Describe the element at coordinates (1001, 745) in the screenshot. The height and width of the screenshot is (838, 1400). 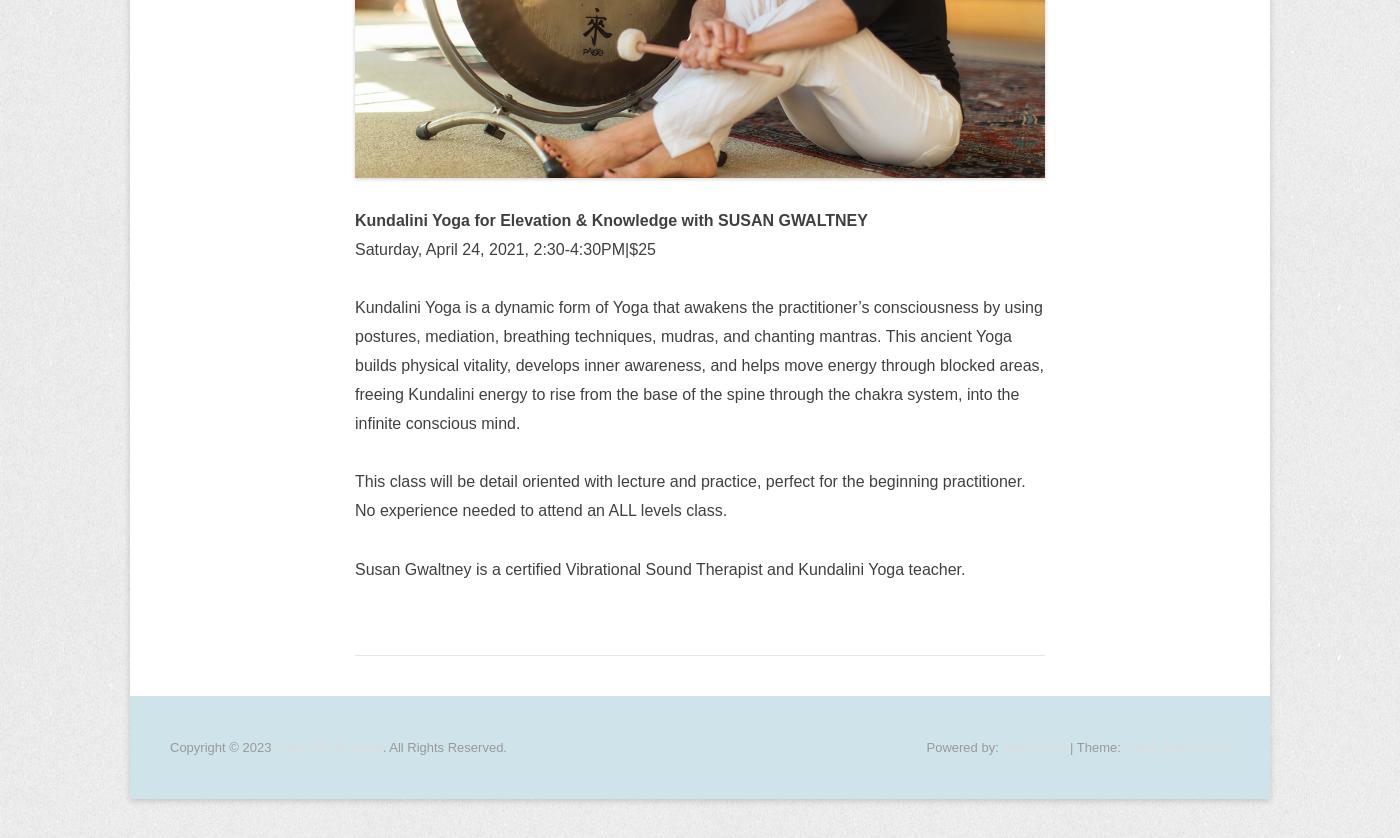
I see `'WordPress'` at that location.